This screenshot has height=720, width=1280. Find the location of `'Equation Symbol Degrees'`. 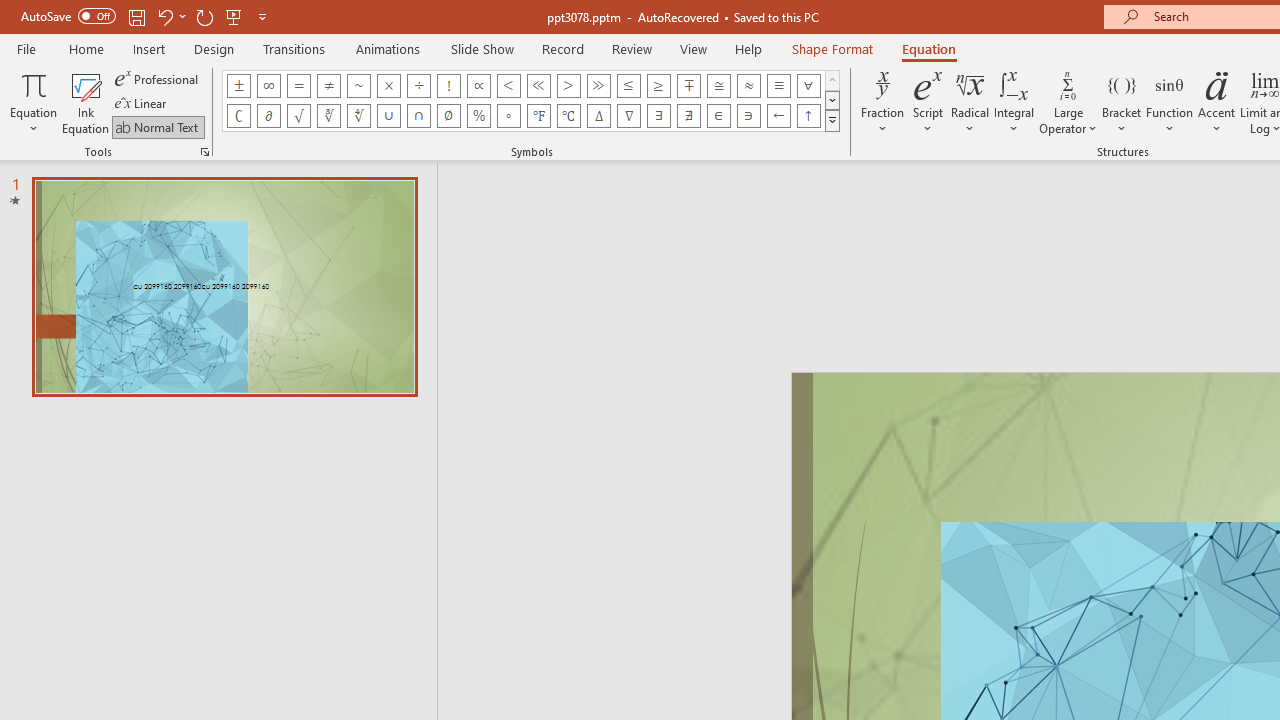

'Equation Symbol Degrees' is located at coordinates (508, 115).